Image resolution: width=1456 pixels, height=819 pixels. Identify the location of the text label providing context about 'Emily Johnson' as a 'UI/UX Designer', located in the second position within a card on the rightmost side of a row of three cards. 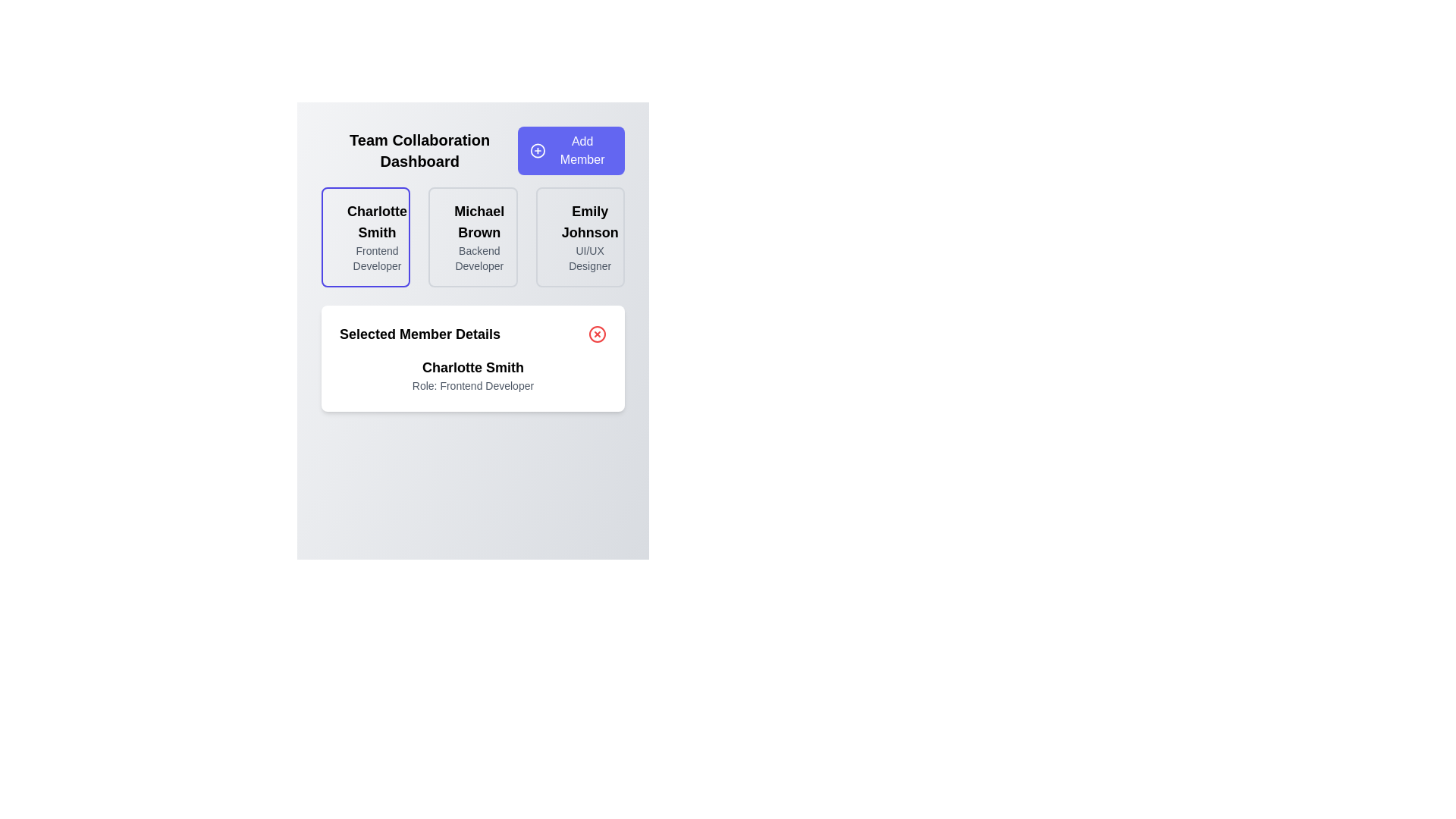
(589, 257).